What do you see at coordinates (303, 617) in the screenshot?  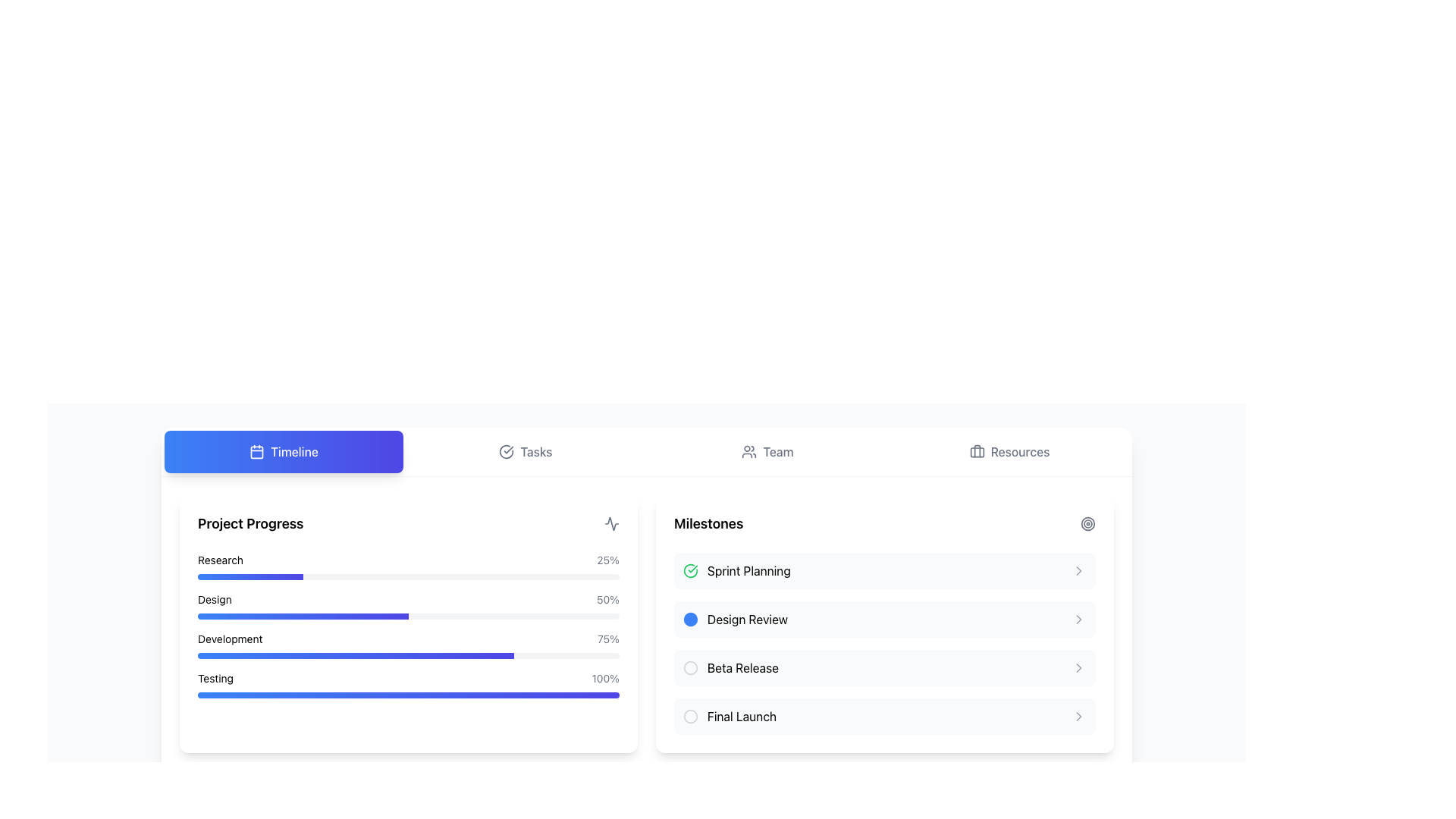 I see `the progress indicator bar that visually represents the progress of the 'Design' task within the 'Project Progress' card` at bounding box center [303, 617].